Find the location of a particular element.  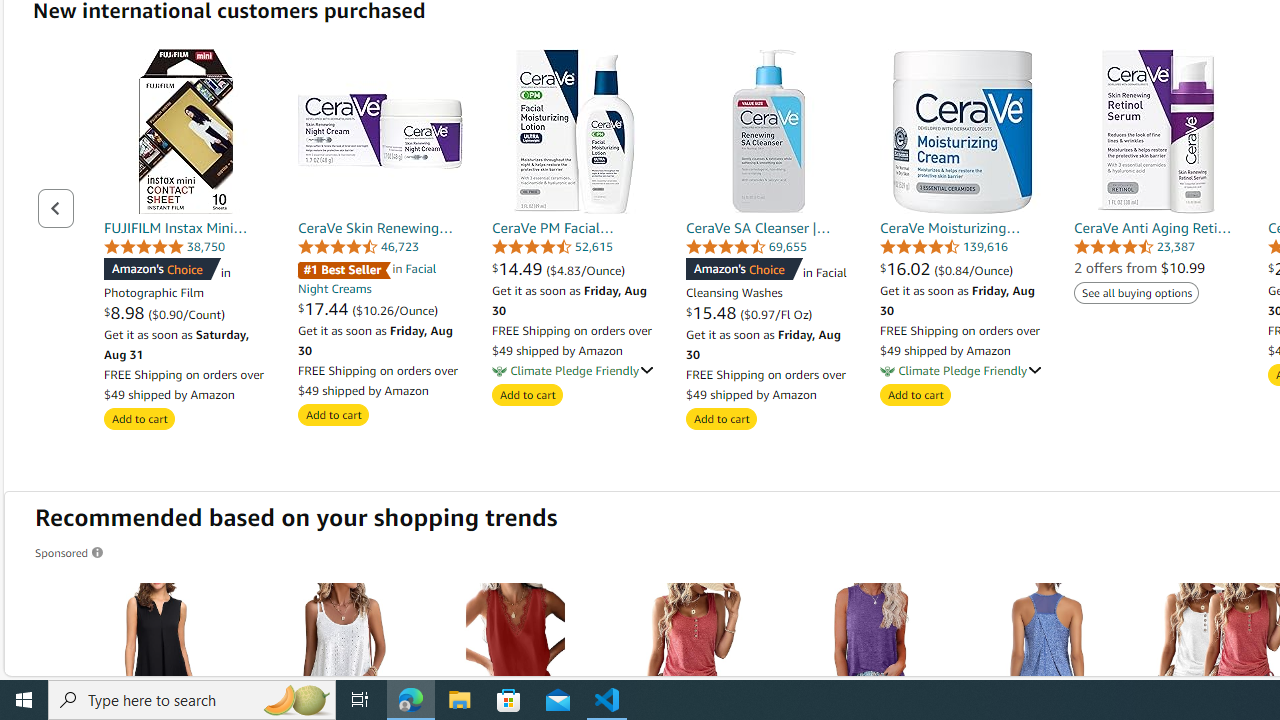

'($4.83/Ounce)' is located at coordinates (585, 270).